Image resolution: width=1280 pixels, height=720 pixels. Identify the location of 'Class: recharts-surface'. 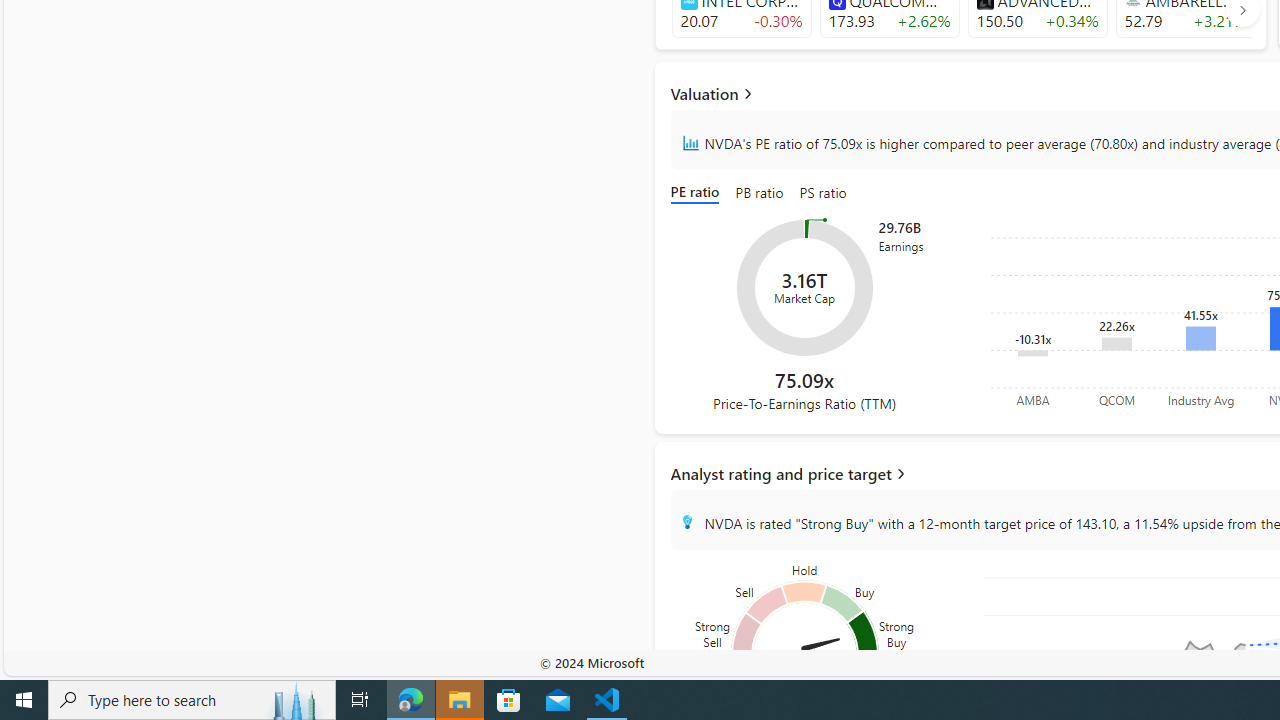
(804, 288).